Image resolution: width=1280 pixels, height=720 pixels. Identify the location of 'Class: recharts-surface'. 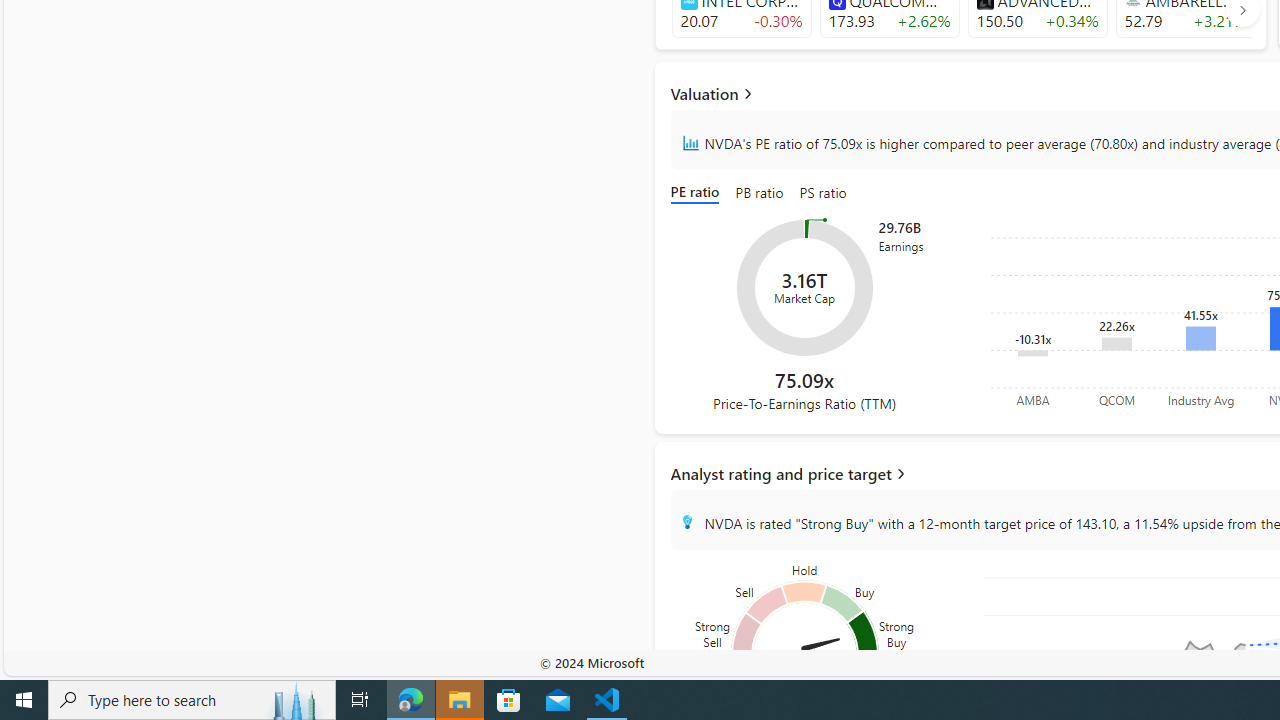
(804, 288).